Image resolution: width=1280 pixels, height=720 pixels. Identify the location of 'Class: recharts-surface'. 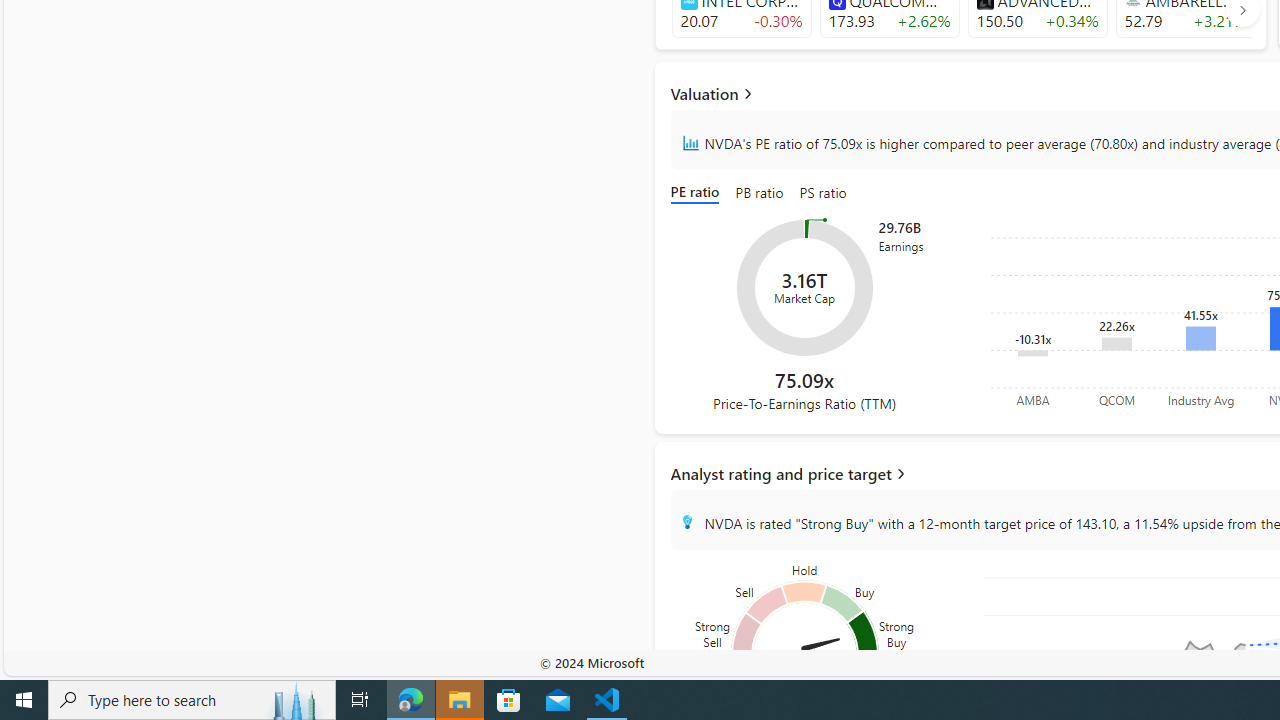
(804, 288).